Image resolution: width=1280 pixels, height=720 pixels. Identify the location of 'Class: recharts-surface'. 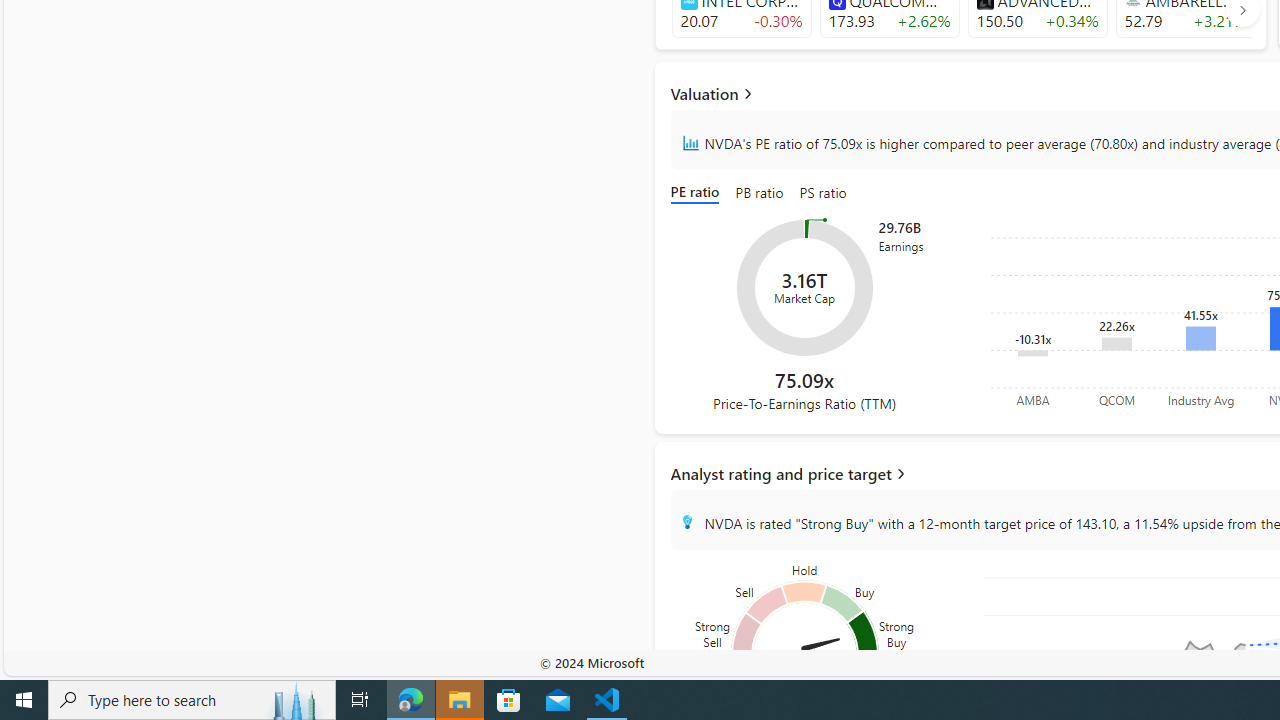
(804, 288).